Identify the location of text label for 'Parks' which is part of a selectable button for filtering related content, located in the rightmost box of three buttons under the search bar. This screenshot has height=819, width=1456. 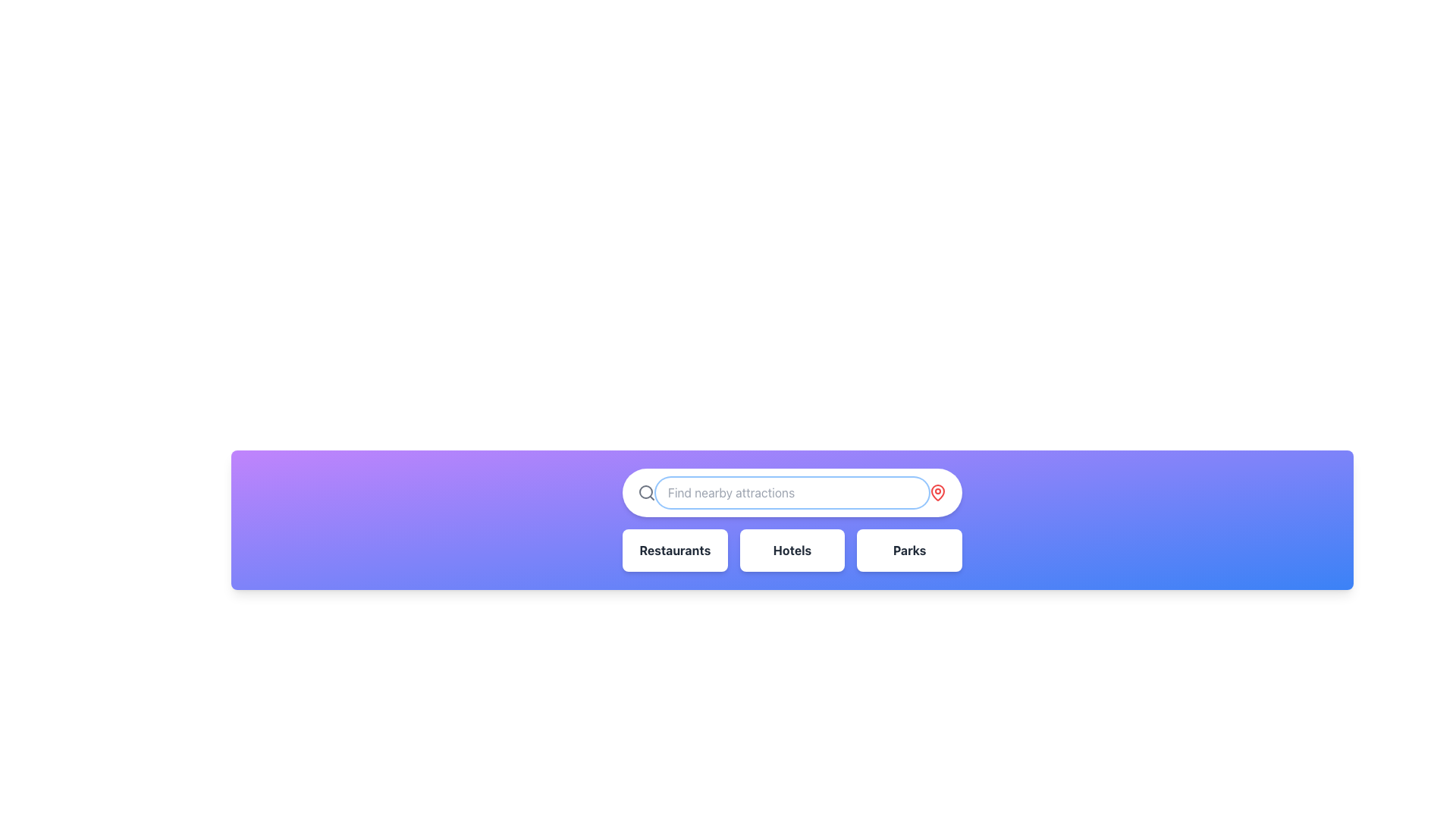
(909, 550).